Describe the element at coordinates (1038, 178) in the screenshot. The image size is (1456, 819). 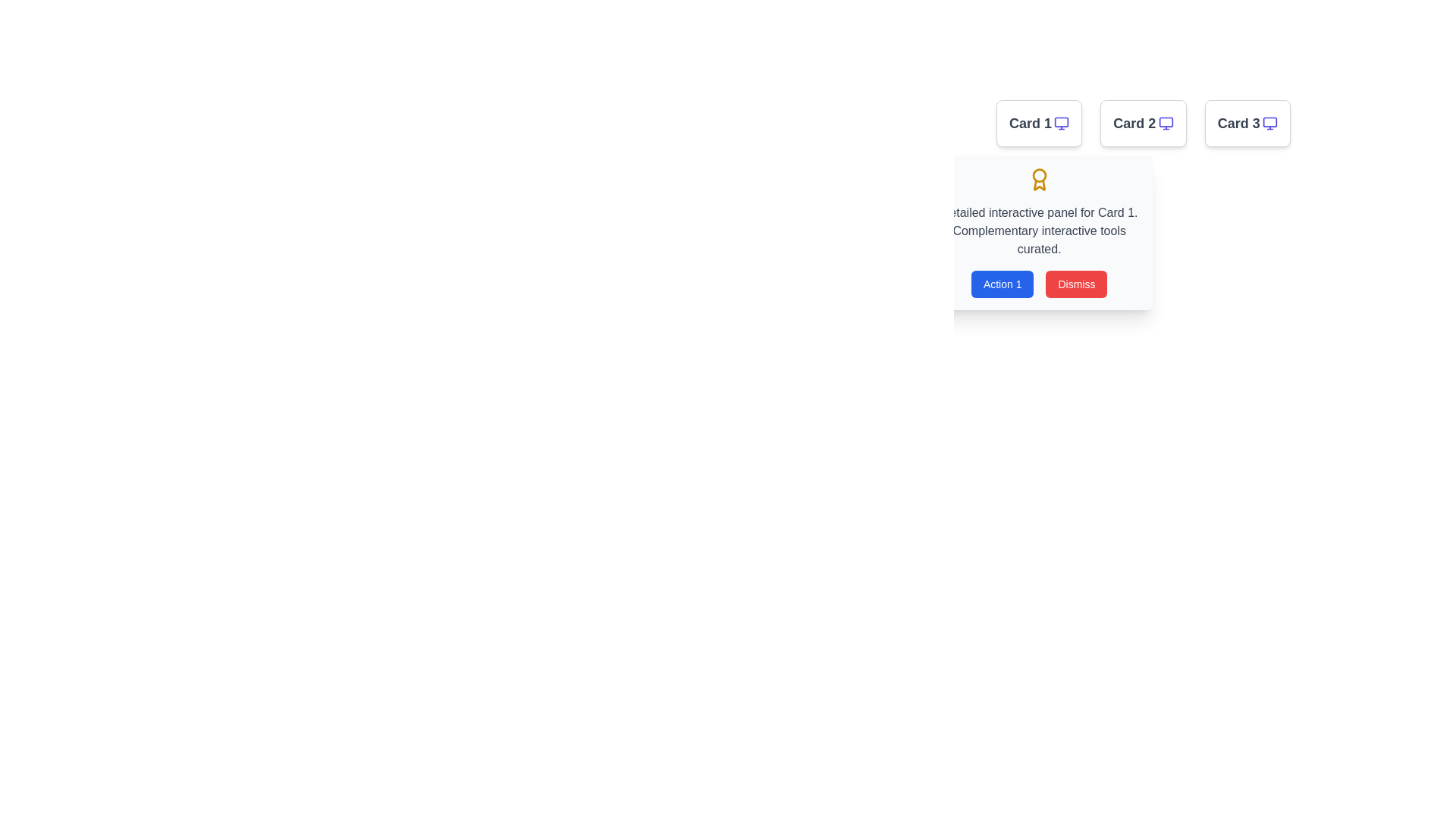
I see `the award icon with a circular medal-like design and yellow color located in the special panel below the 'Card 1' button` at that location.